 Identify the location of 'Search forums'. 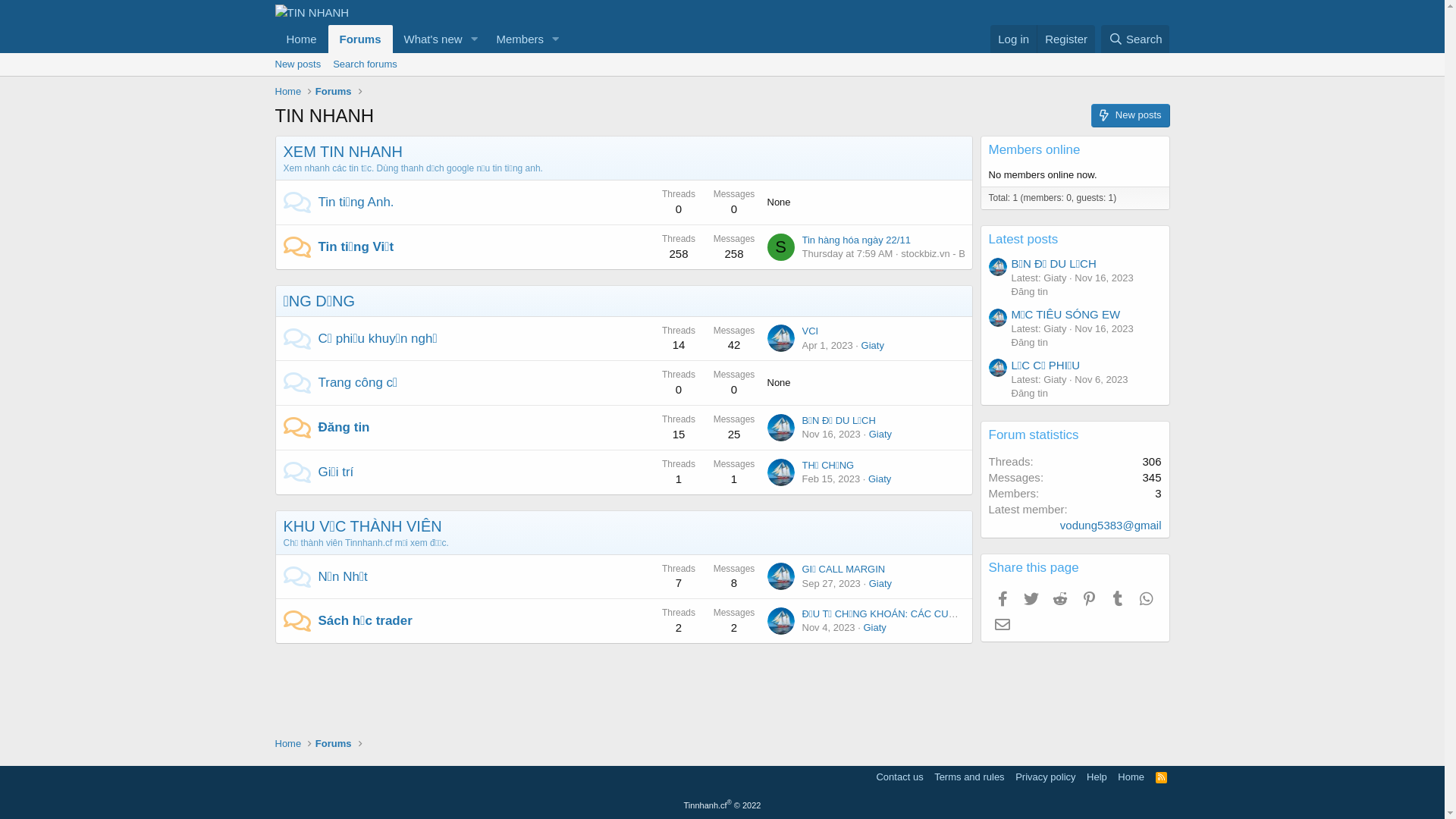
(365, 63).